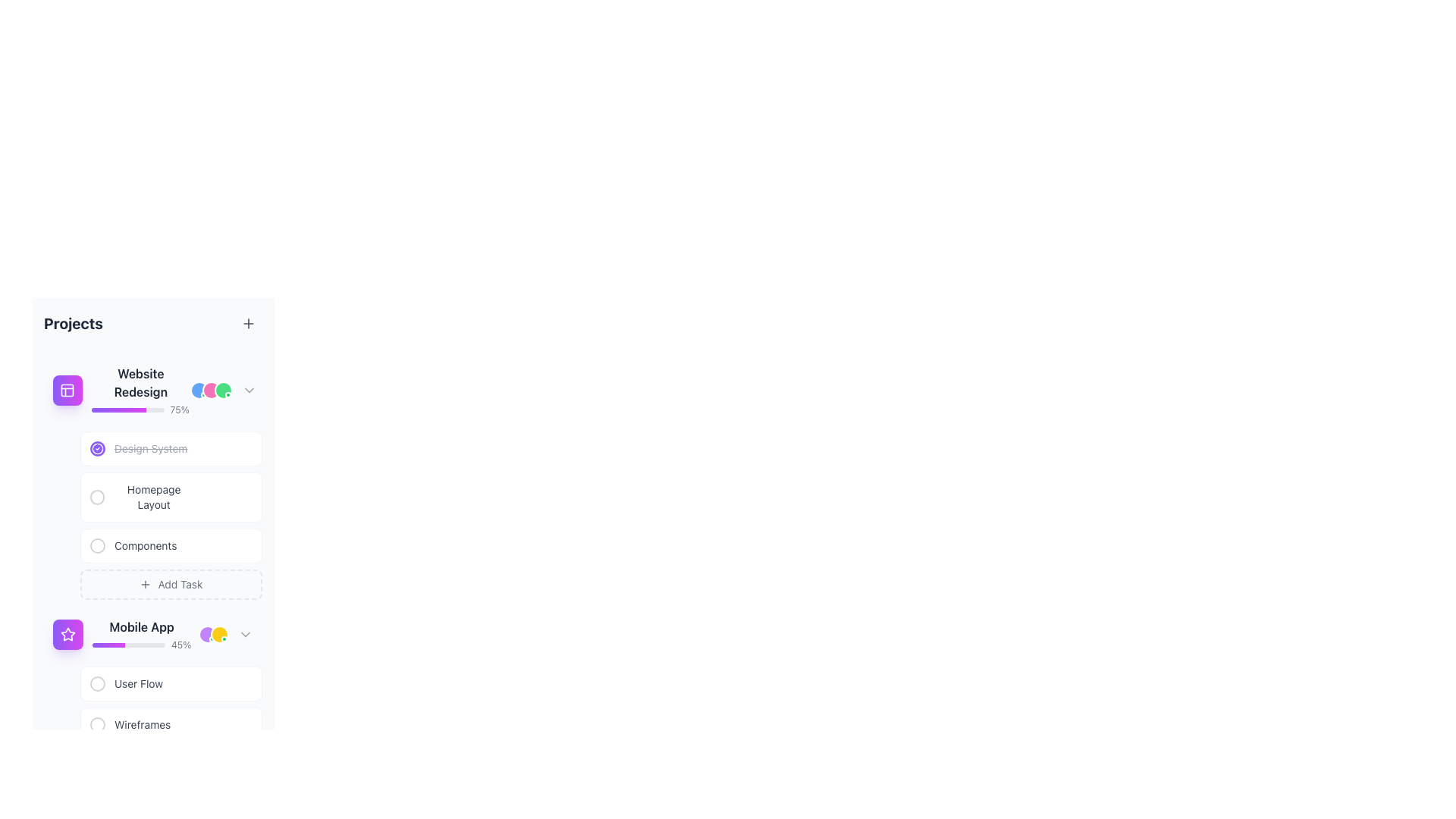  Describe the element at coordinates (223, 390) in the screenshot. I see `the downward-facing chevron icon located to the right of the composite element comprising three circular avatars (blue, pink, green)` at that location.